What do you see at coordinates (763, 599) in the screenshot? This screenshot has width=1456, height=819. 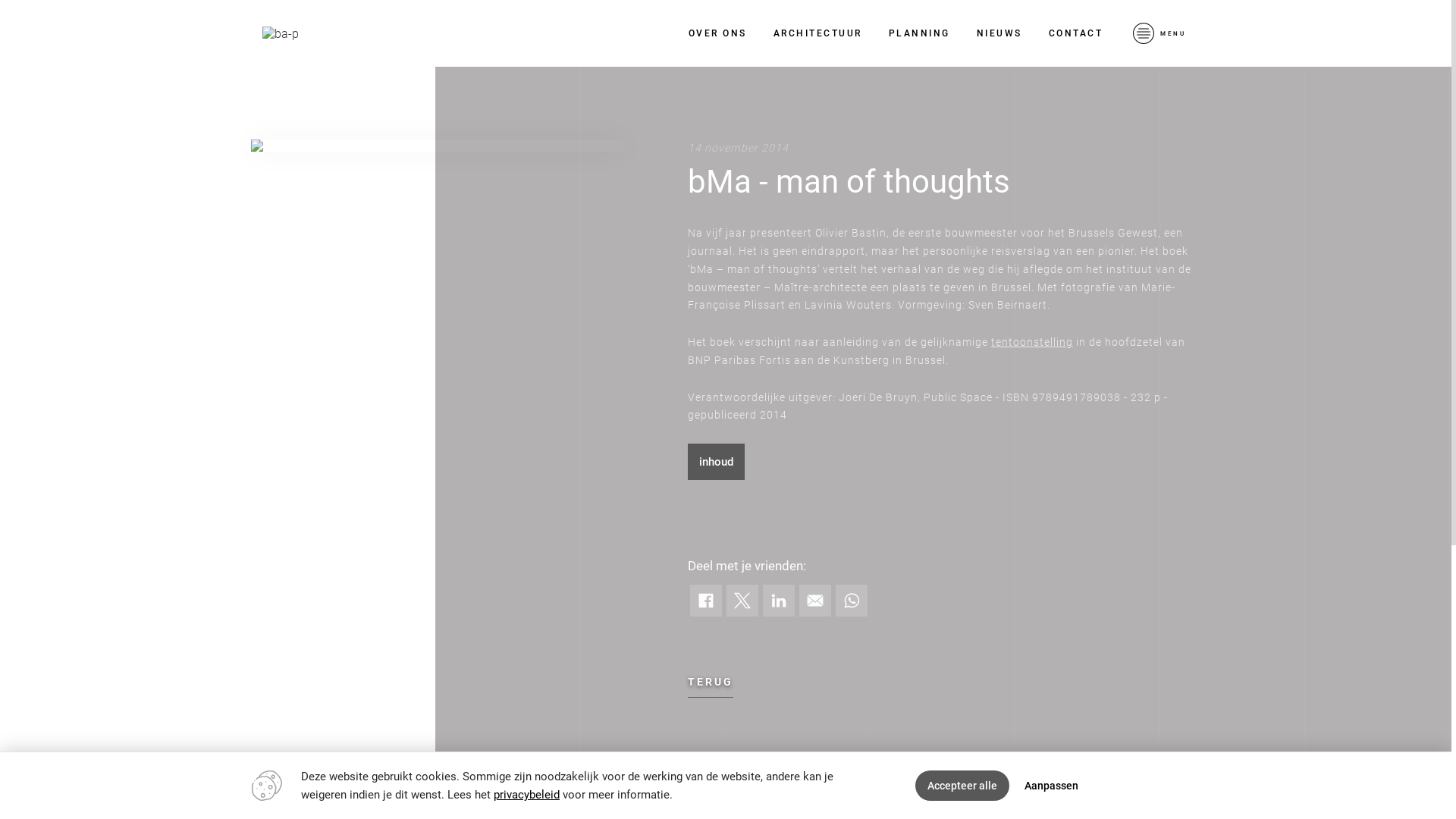 I see `'Share via linkedin'` at bounding box center [763, 599].